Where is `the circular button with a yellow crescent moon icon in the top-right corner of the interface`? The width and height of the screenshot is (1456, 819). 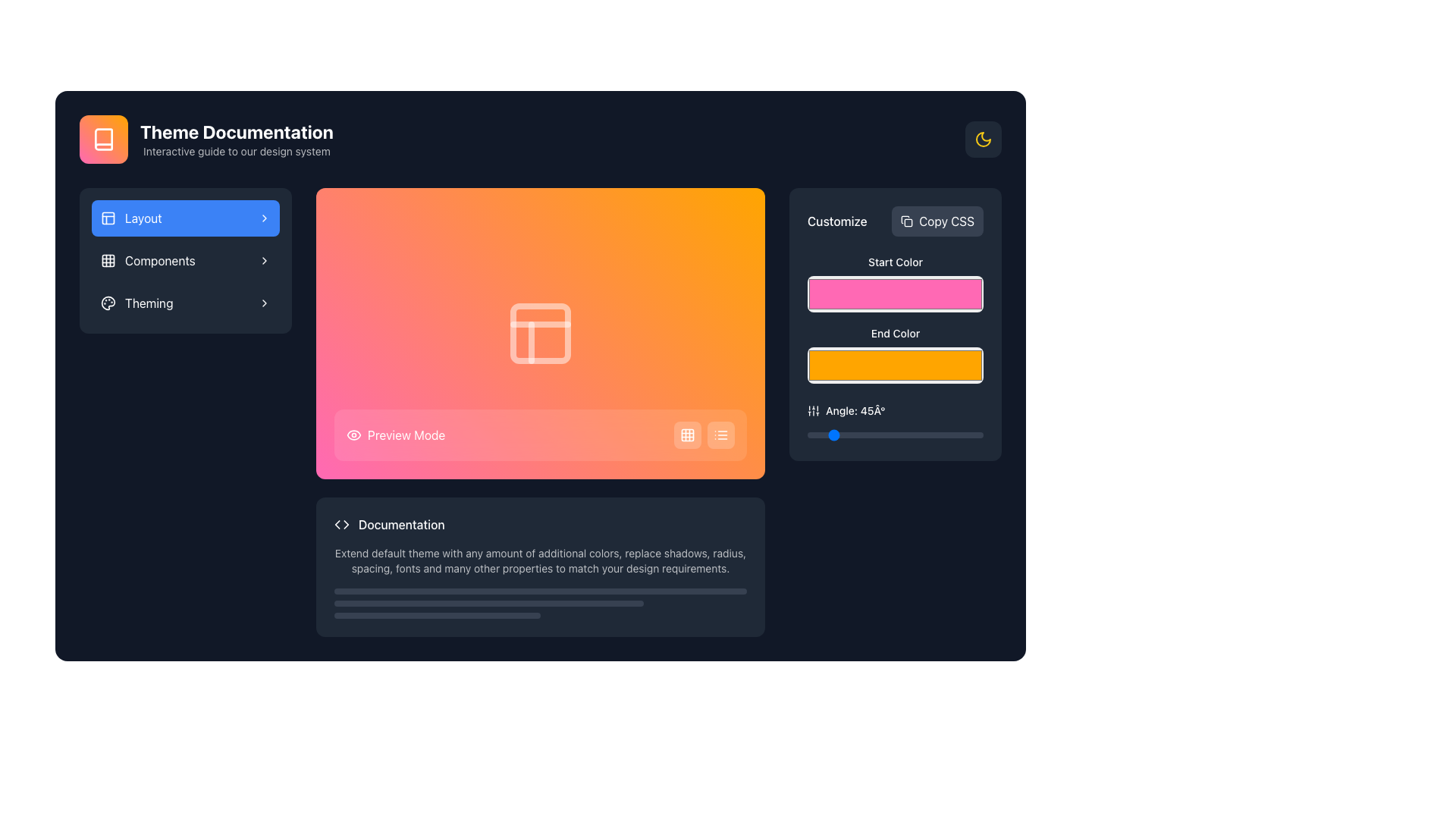 the circular button with a yellow crescent moon icon in the top-right corner of the interface is located at coordinates (983, 140).